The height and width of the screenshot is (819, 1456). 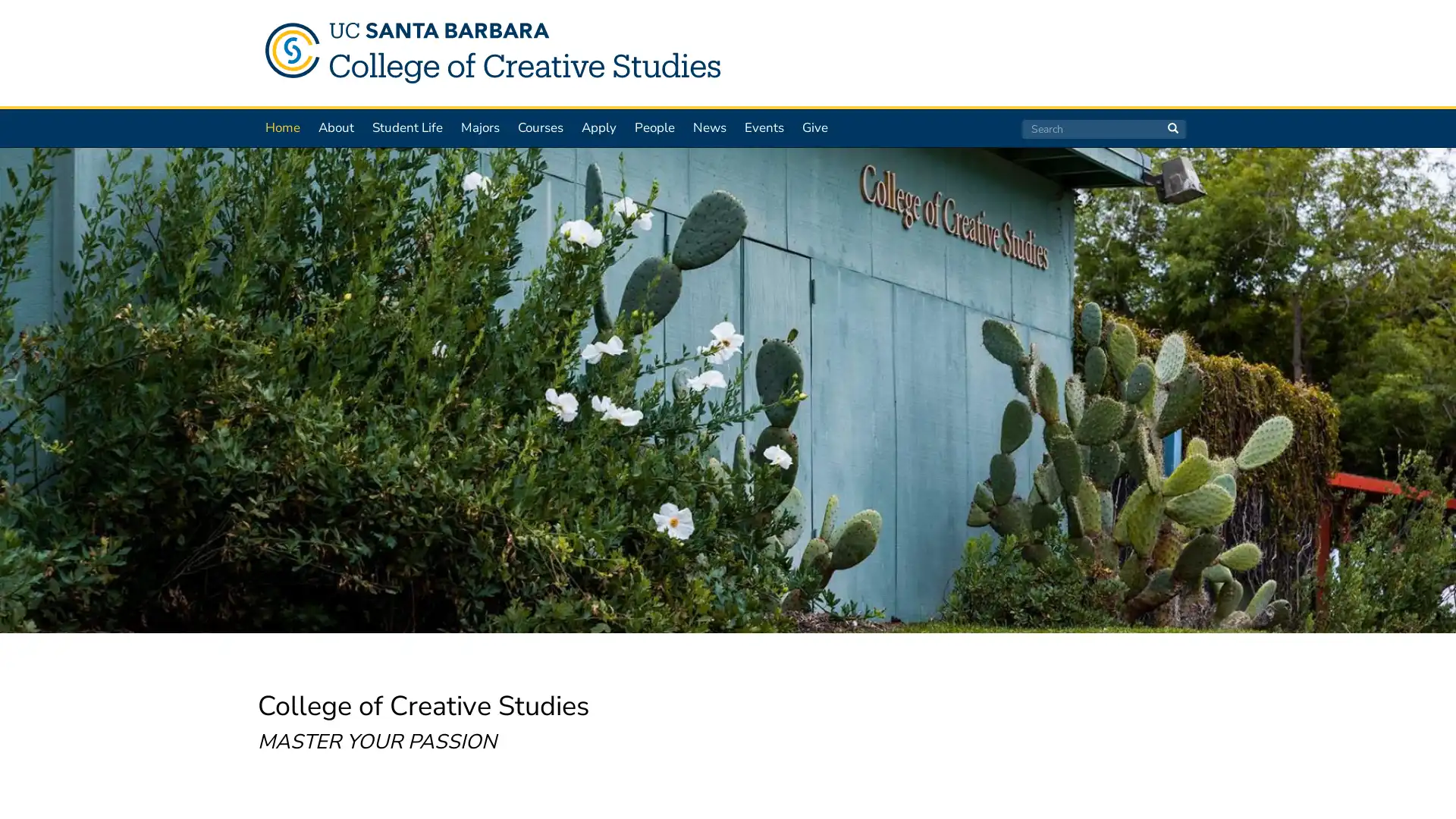 I want to click on Search, so click(x=1172, y=127).